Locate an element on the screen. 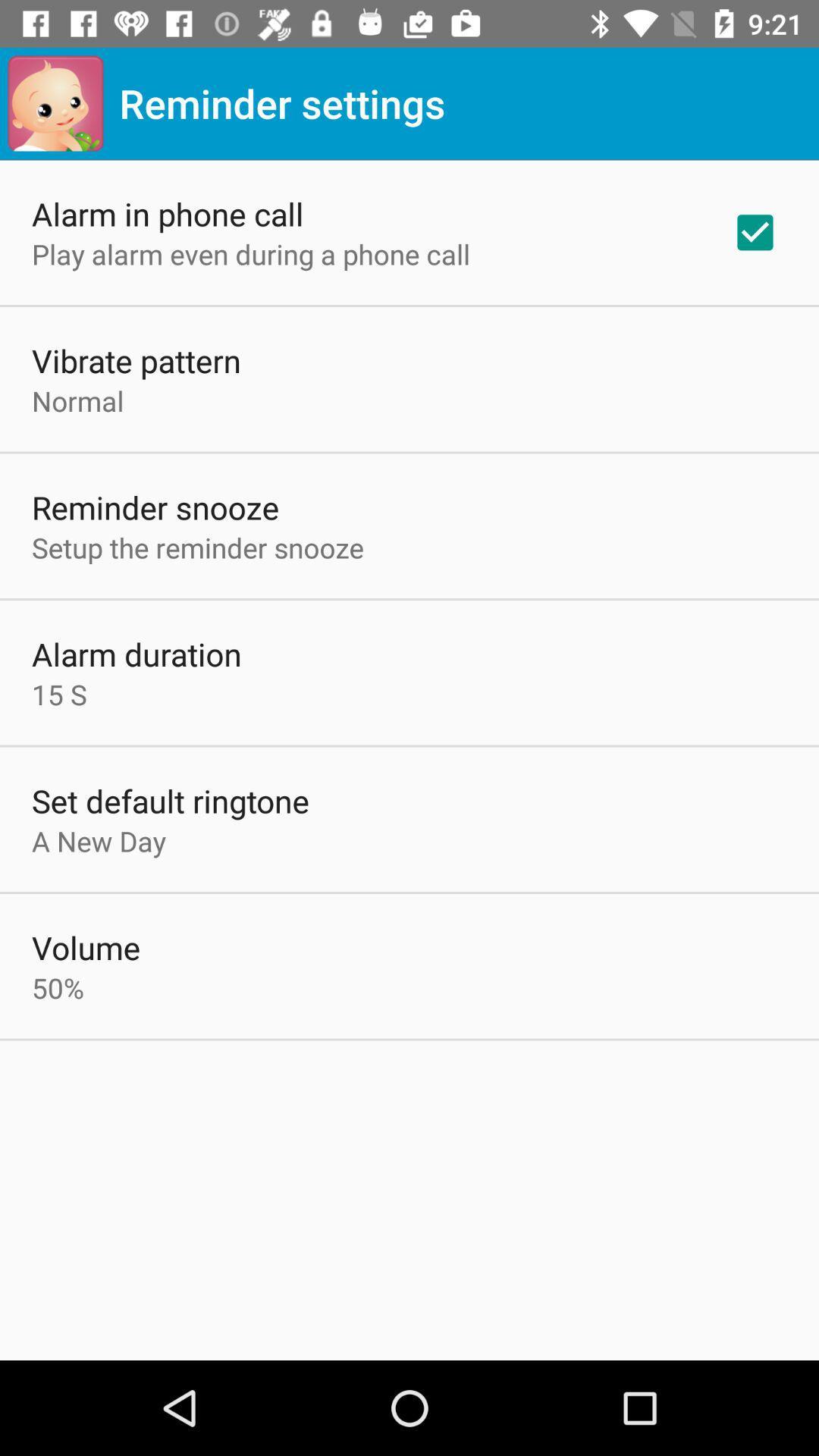  the icon at the bottom left corner is located at coordinates (57, 987).